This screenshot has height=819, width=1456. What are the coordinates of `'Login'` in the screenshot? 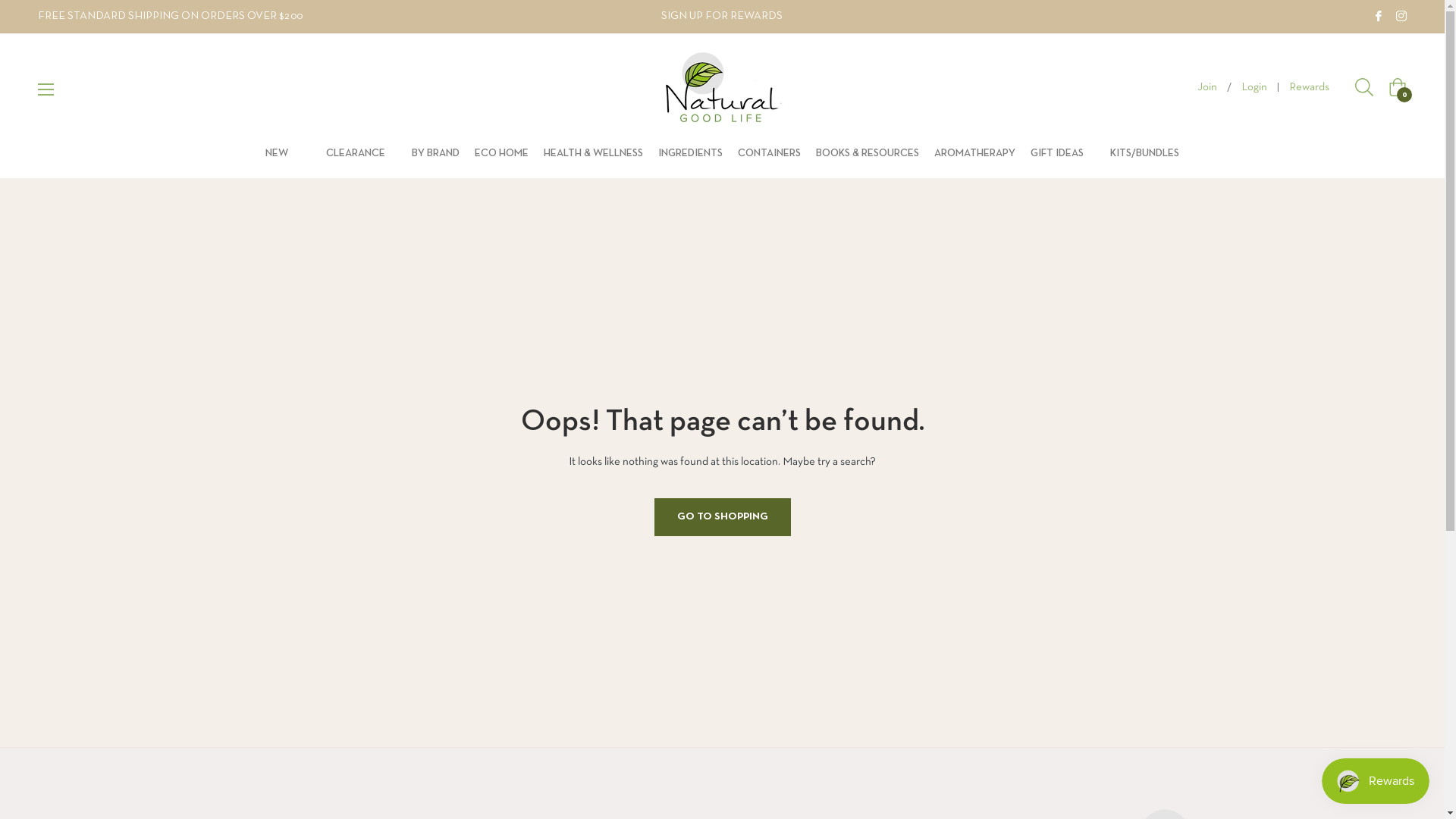 It's located at (1234, 87).